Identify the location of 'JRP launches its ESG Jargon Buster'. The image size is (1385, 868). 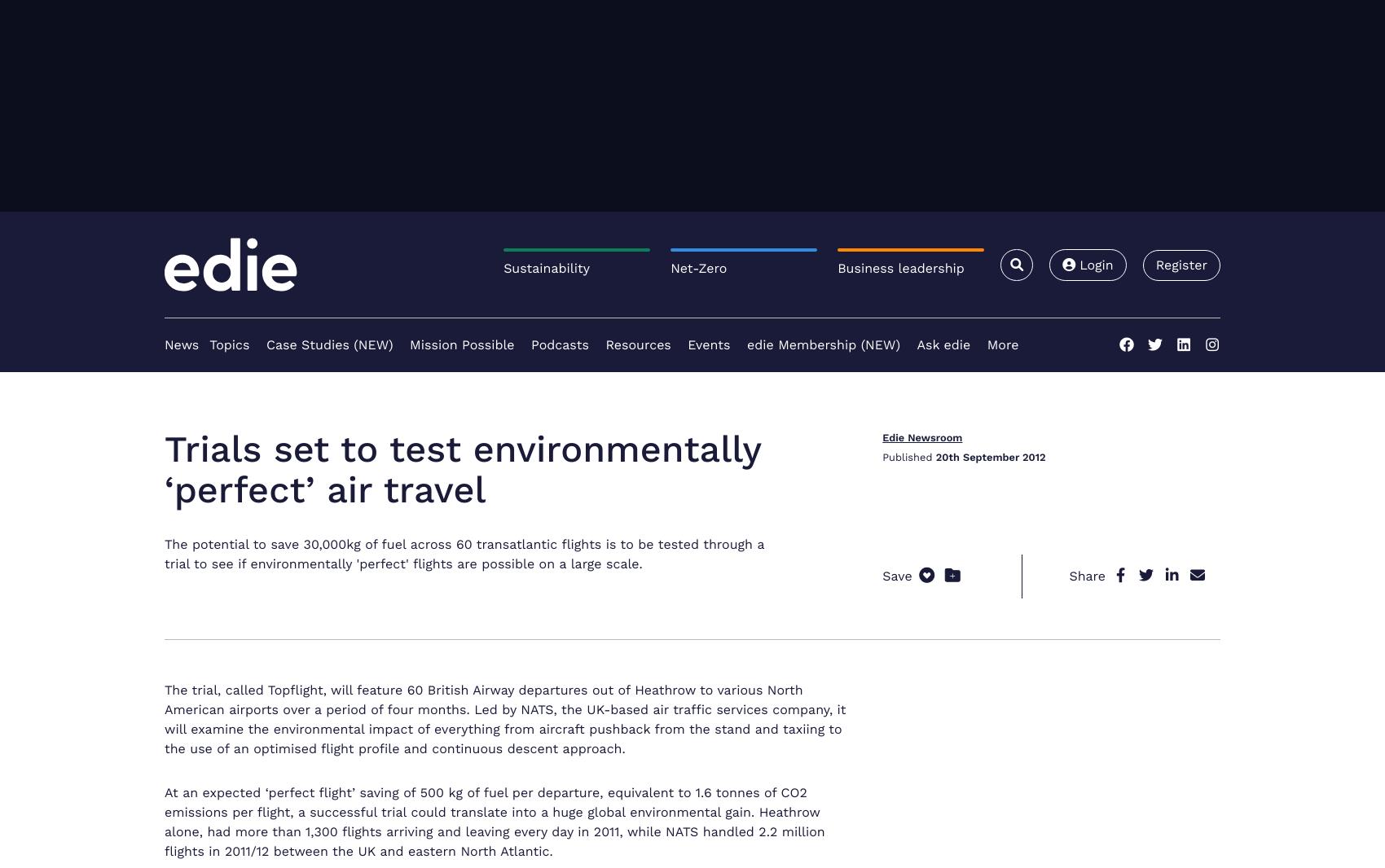
(882, 342).